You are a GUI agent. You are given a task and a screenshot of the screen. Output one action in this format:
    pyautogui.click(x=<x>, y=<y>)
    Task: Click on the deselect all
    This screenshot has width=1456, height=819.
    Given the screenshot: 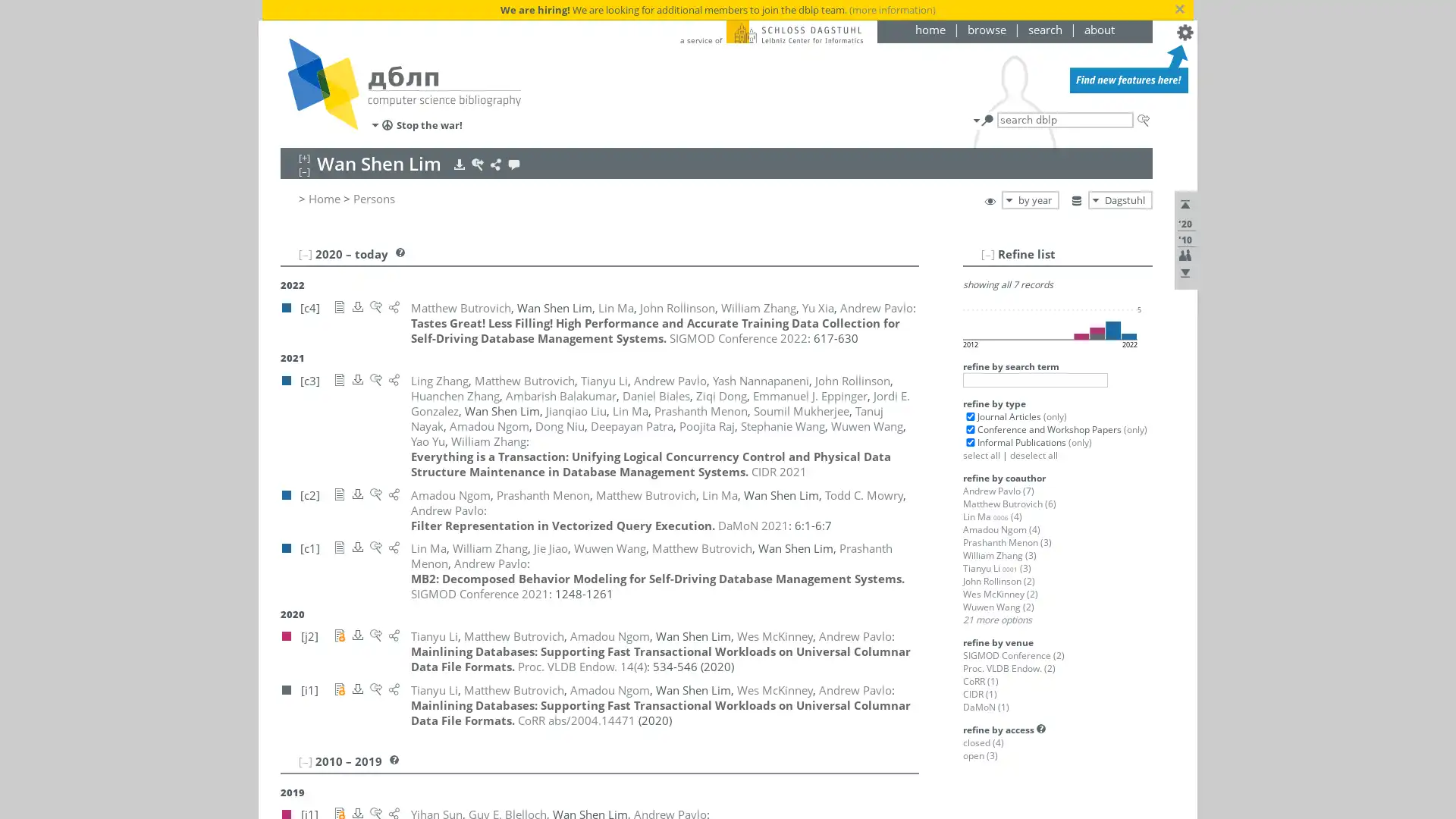 What is the action you would take?
    pyautogui.click(x=1033, y=454)
    